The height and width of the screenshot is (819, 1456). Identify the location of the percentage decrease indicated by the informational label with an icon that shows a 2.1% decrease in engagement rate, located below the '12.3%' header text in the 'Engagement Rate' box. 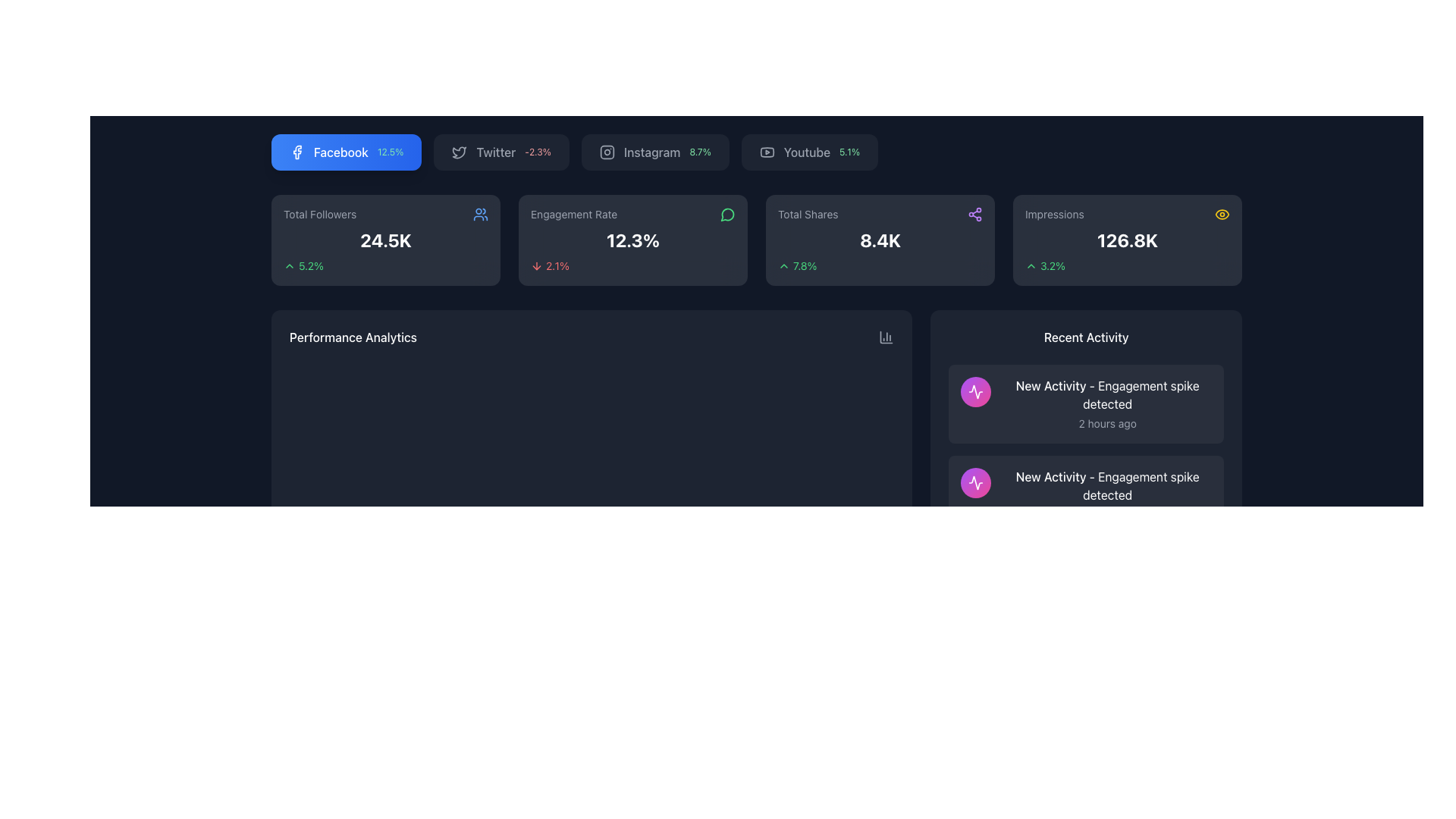
(633, 265).